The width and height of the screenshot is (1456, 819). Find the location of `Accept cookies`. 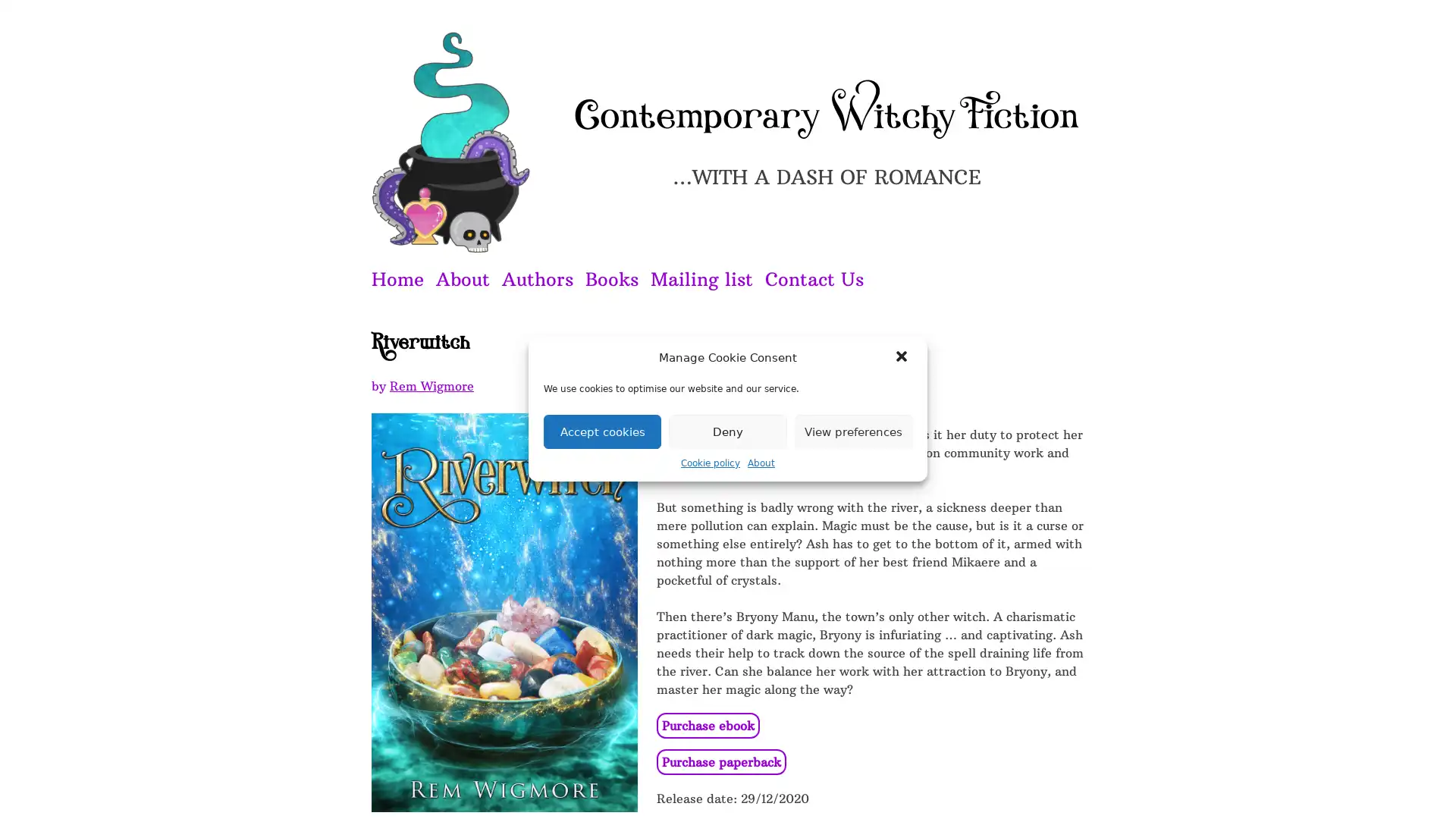

Accept cookies is located at coordinates (601, 431).